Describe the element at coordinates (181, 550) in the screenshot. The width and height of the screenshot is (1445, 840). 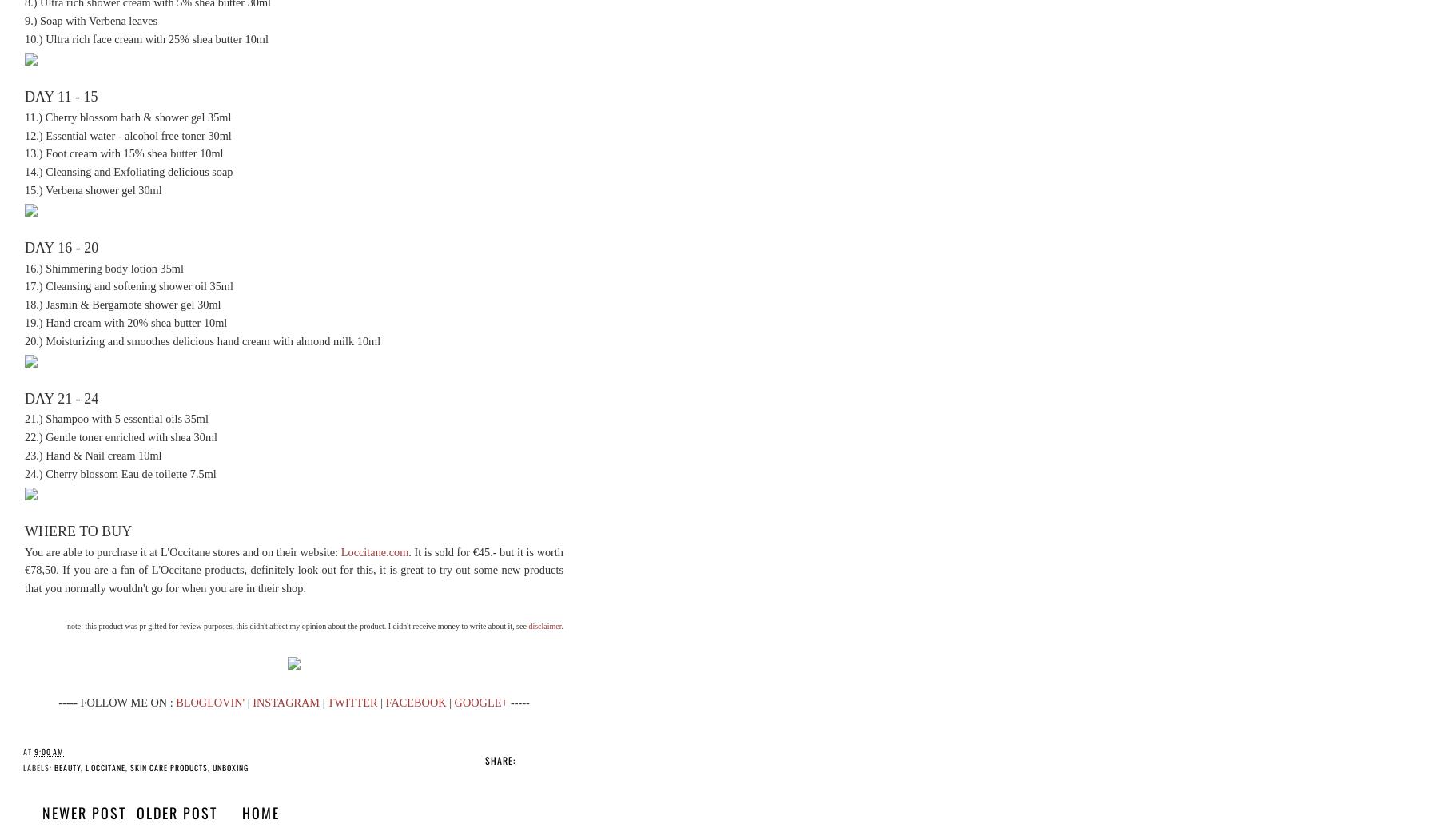
I see `'You are able to purchase it at L'Occitane stores and on their website:'` at that location.